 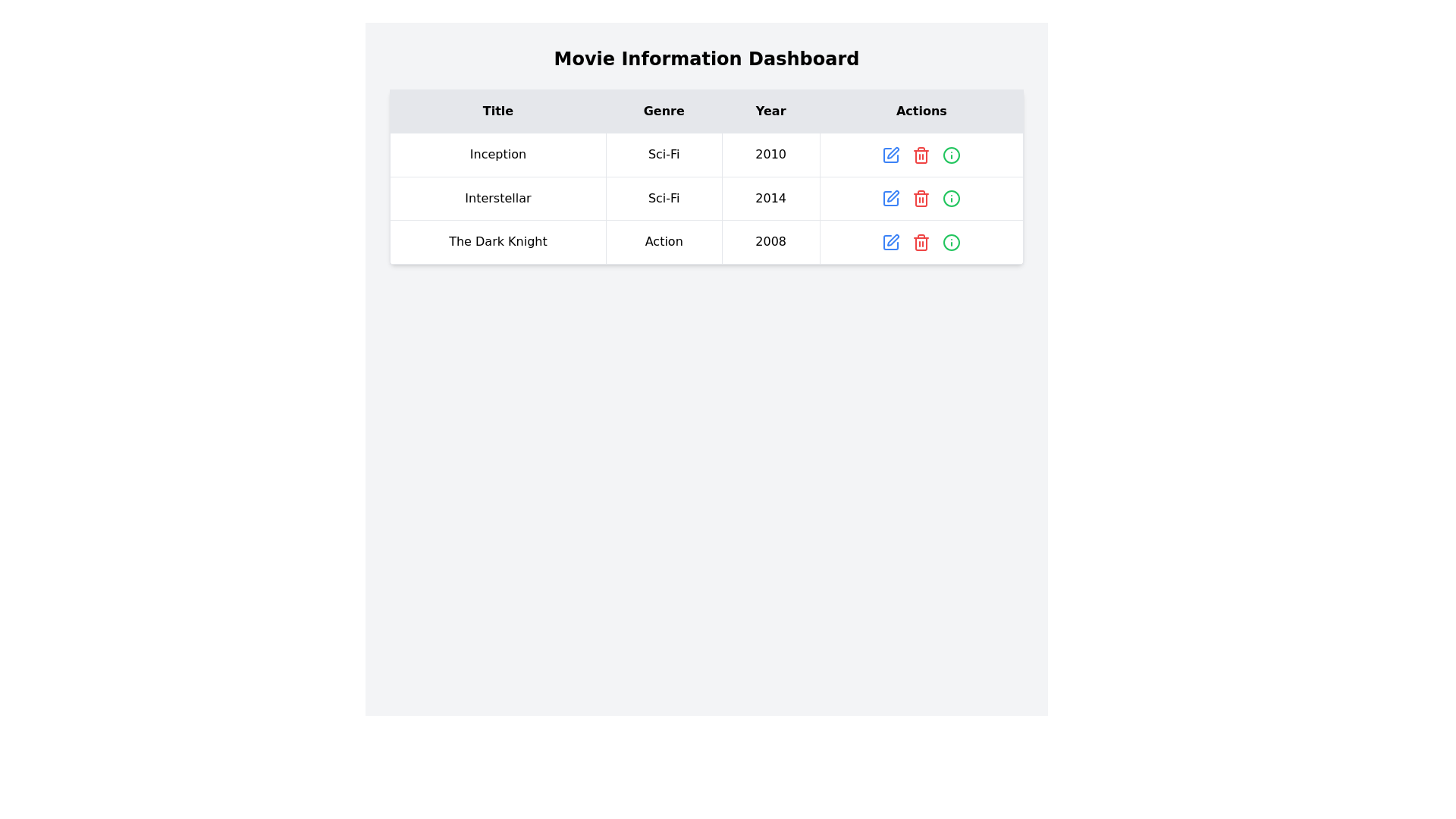 What do you see at coordinates (705, 197) in the screenshot?
I see `the second row of the main data table that displays movie entry details` at bounding box center [705, 197].